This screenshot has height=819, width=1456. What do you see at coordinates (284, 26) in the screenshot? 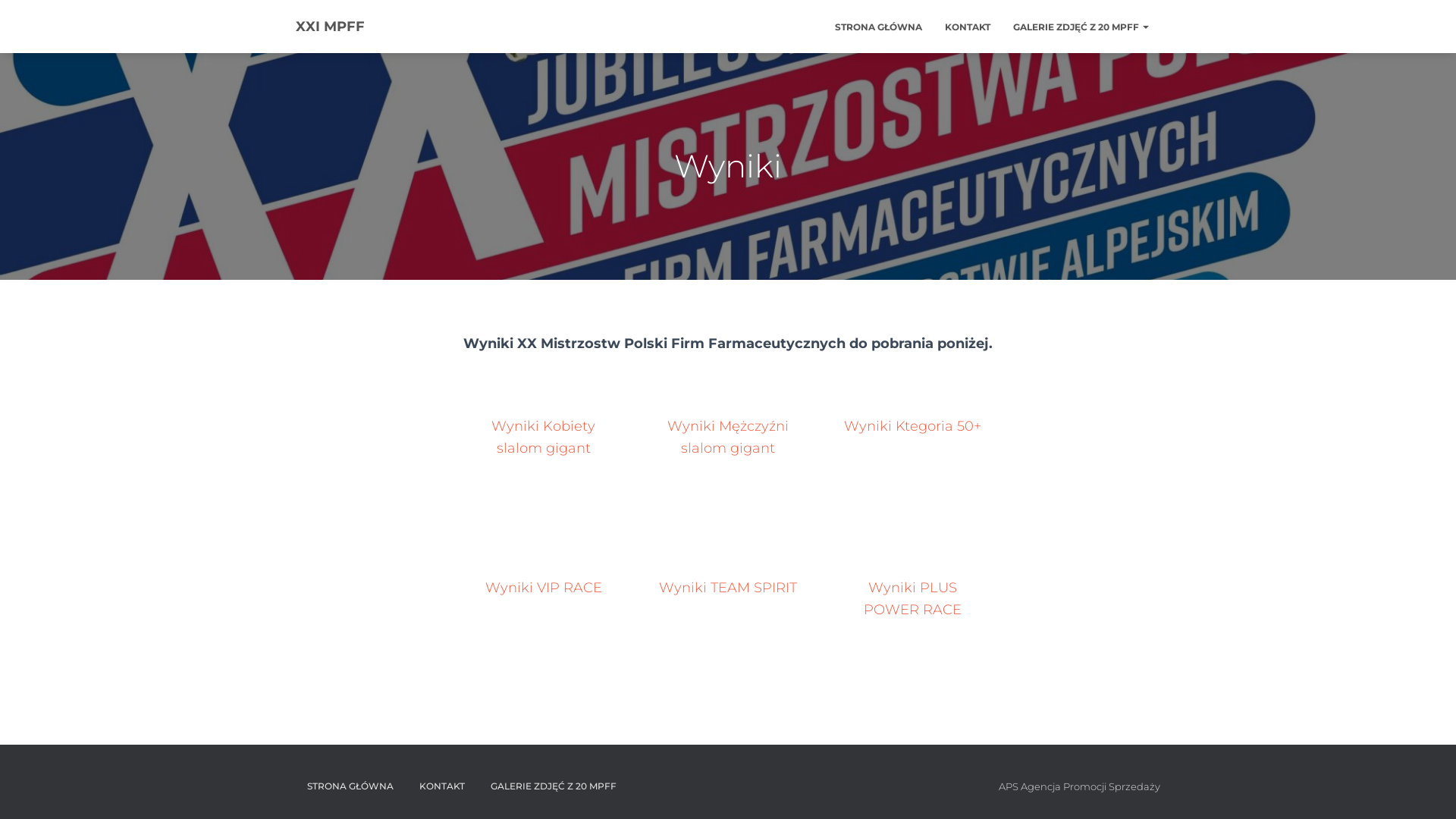
I see `'XXI MPFF'` at bounding box center [284, 26].